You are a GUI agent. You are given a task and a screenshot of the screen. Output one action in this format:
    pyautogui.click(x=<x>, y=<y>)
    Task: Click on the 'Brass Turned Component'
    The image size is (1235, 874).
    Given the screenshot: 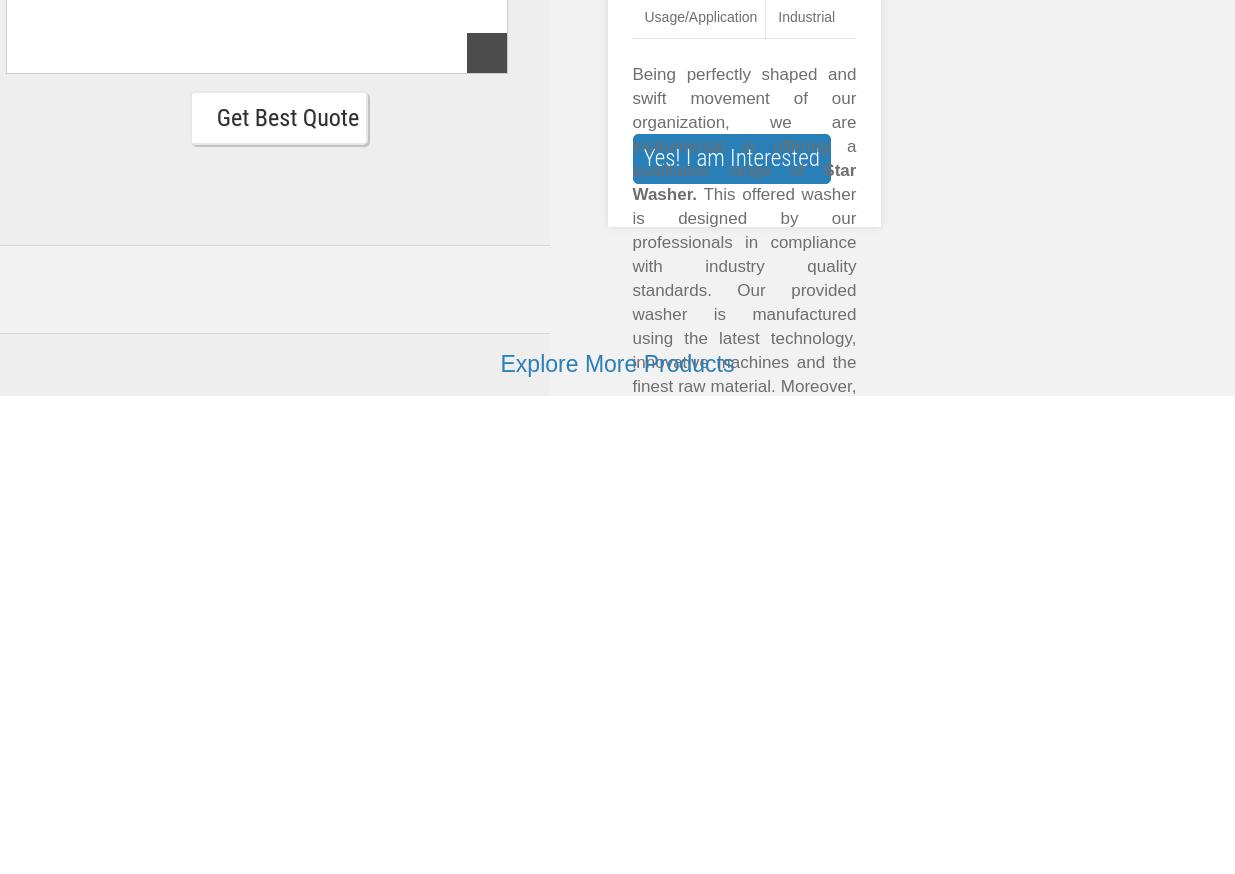 What is the action you would take?
    pyautogui.click(x=478, y=750)
    